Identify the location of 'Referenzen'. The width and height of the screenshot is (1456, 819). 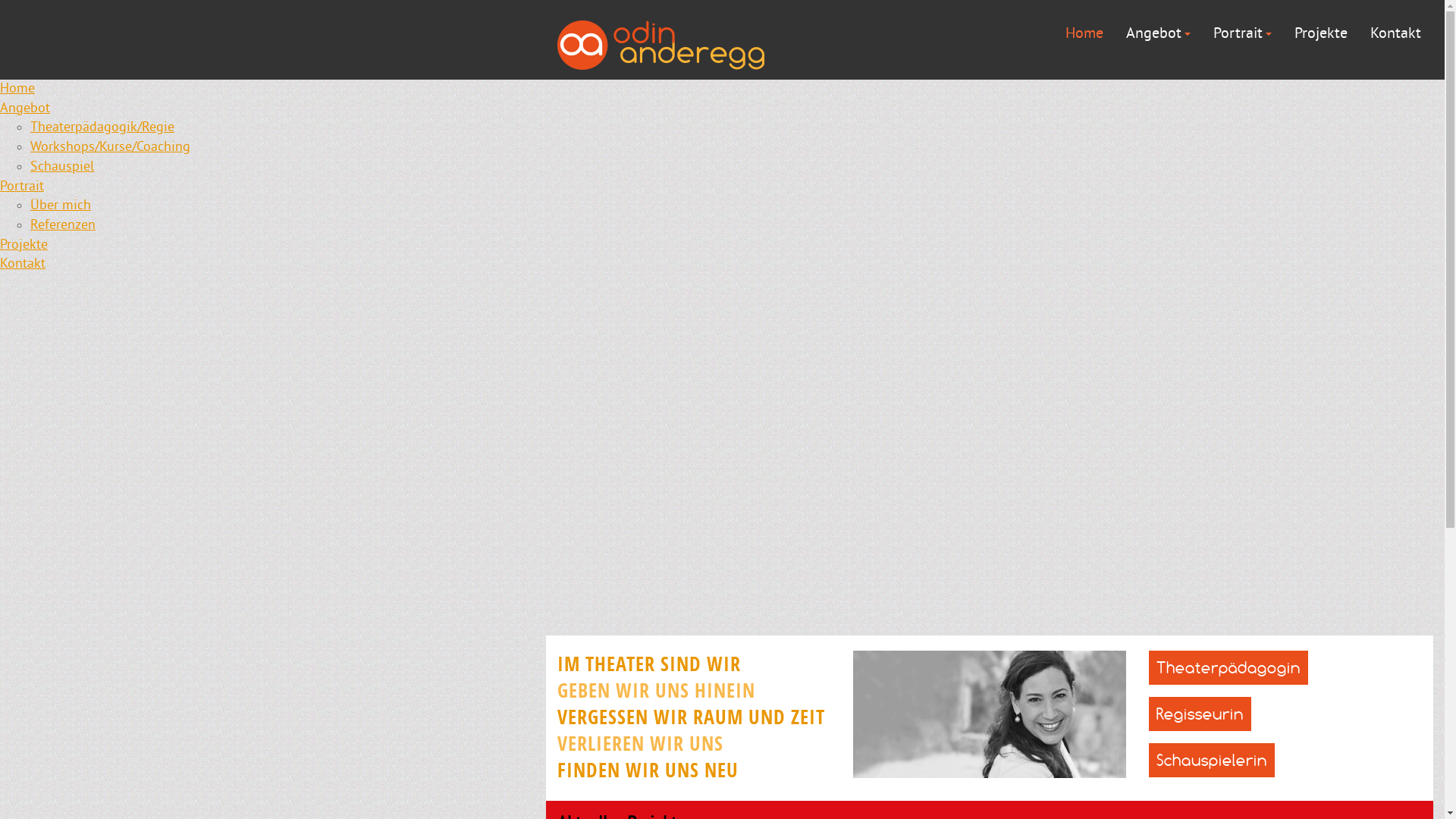
(30, 225).